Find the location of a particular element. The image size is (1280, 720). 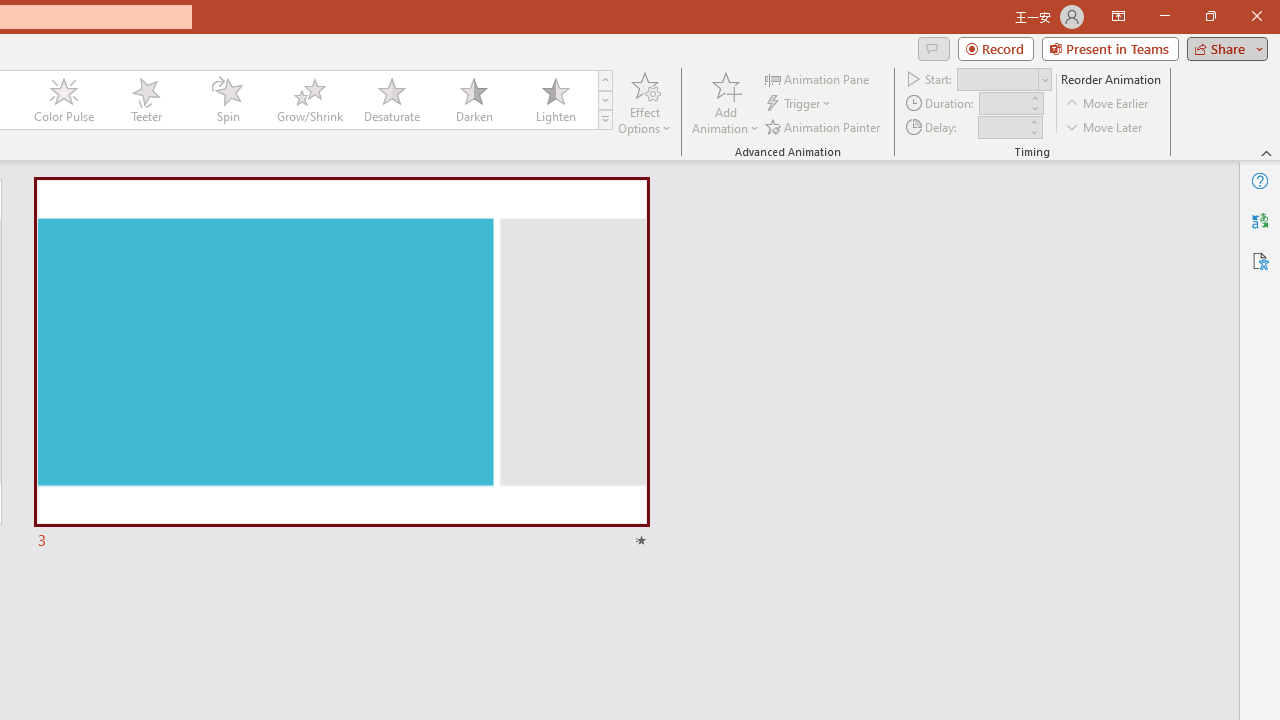

'Move Later' is located at coordinates (1104, 127).